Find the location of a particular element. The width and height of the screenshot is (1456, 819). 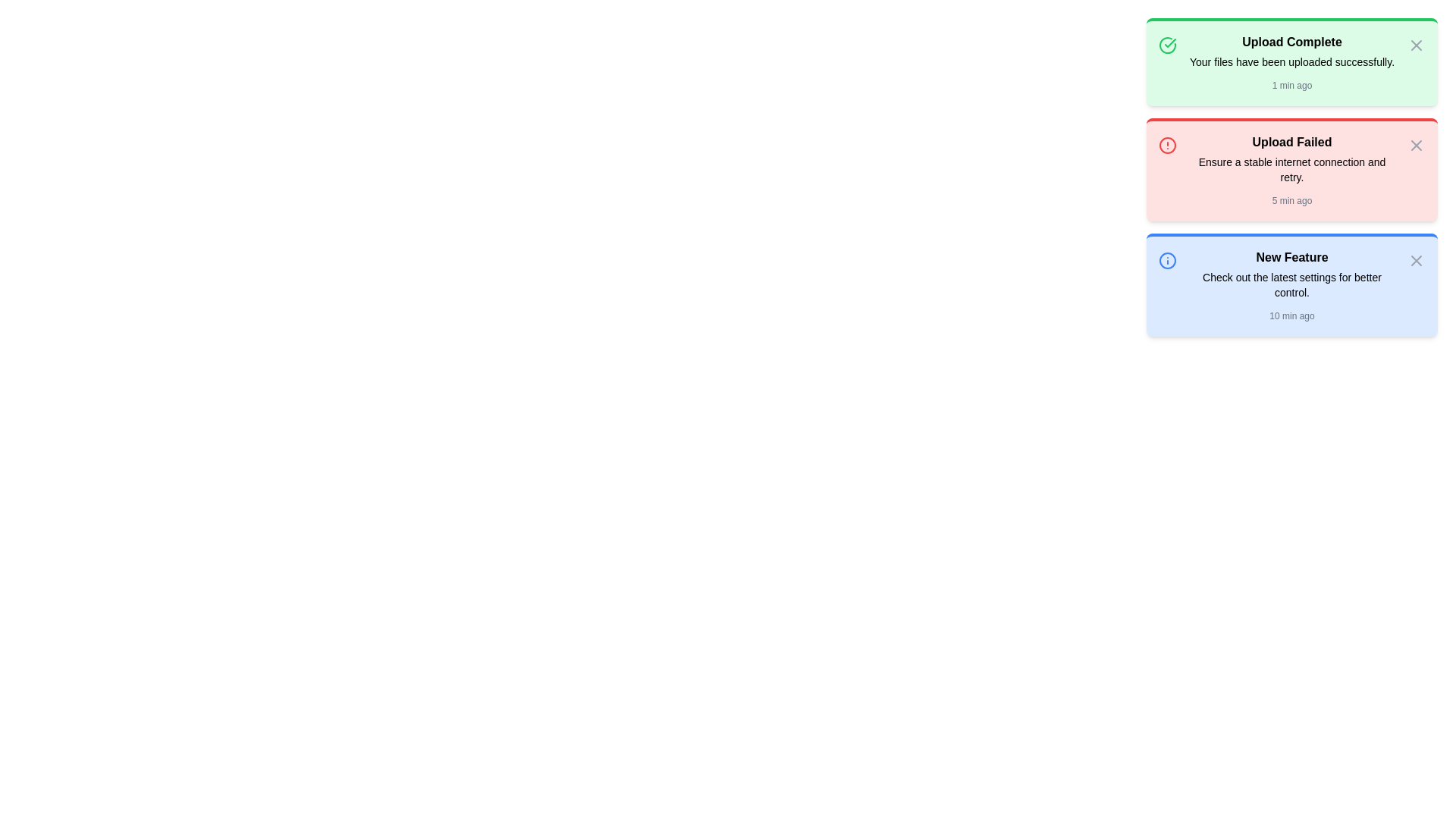

the 'X' icon button in the top-right corner of the notification card is located at coordinates (1415, 146).